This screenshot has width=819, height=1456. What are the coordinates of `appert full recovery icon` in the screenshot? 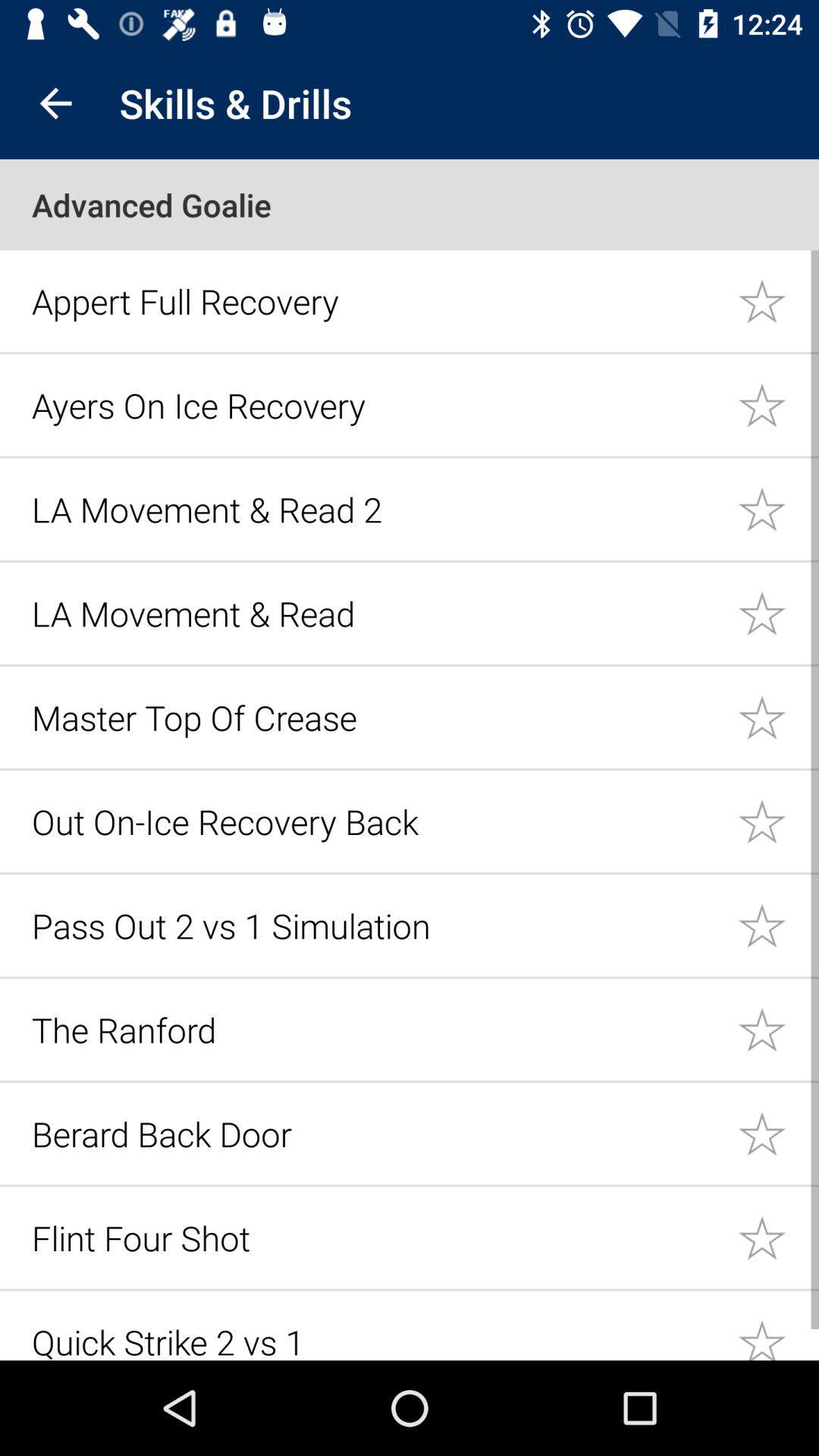 It's located at (375, 301).